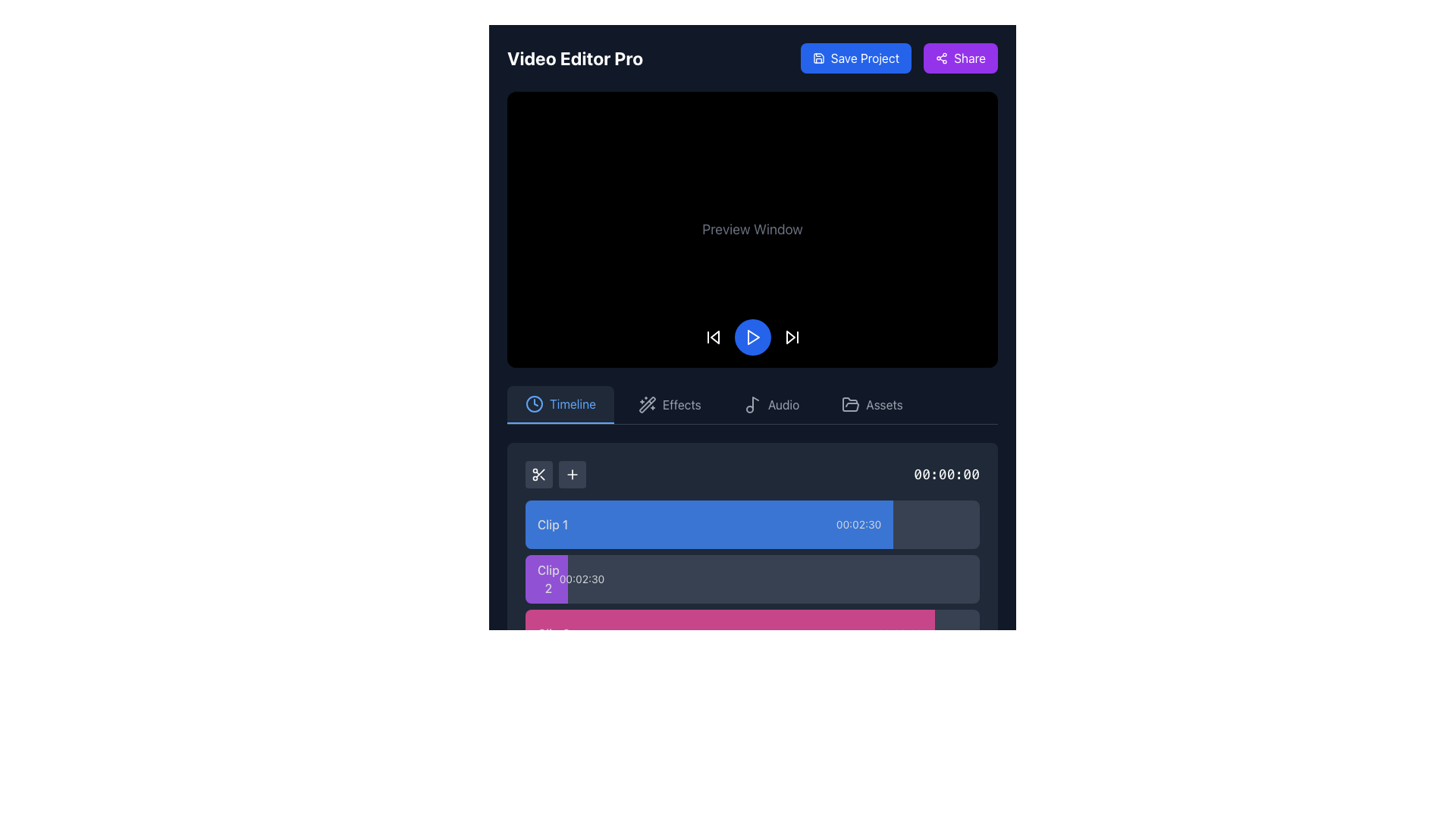 Image resolution: width=1456 pixels, height=819 pixels. What do you see at coordinates (791, 336) in the screenshot?
I see `the 'skip forward' button, which is styled with a forward triangle and vertical bar, located in the bottom center of the application interface within the media control bar` at bounding box center [791, 336].